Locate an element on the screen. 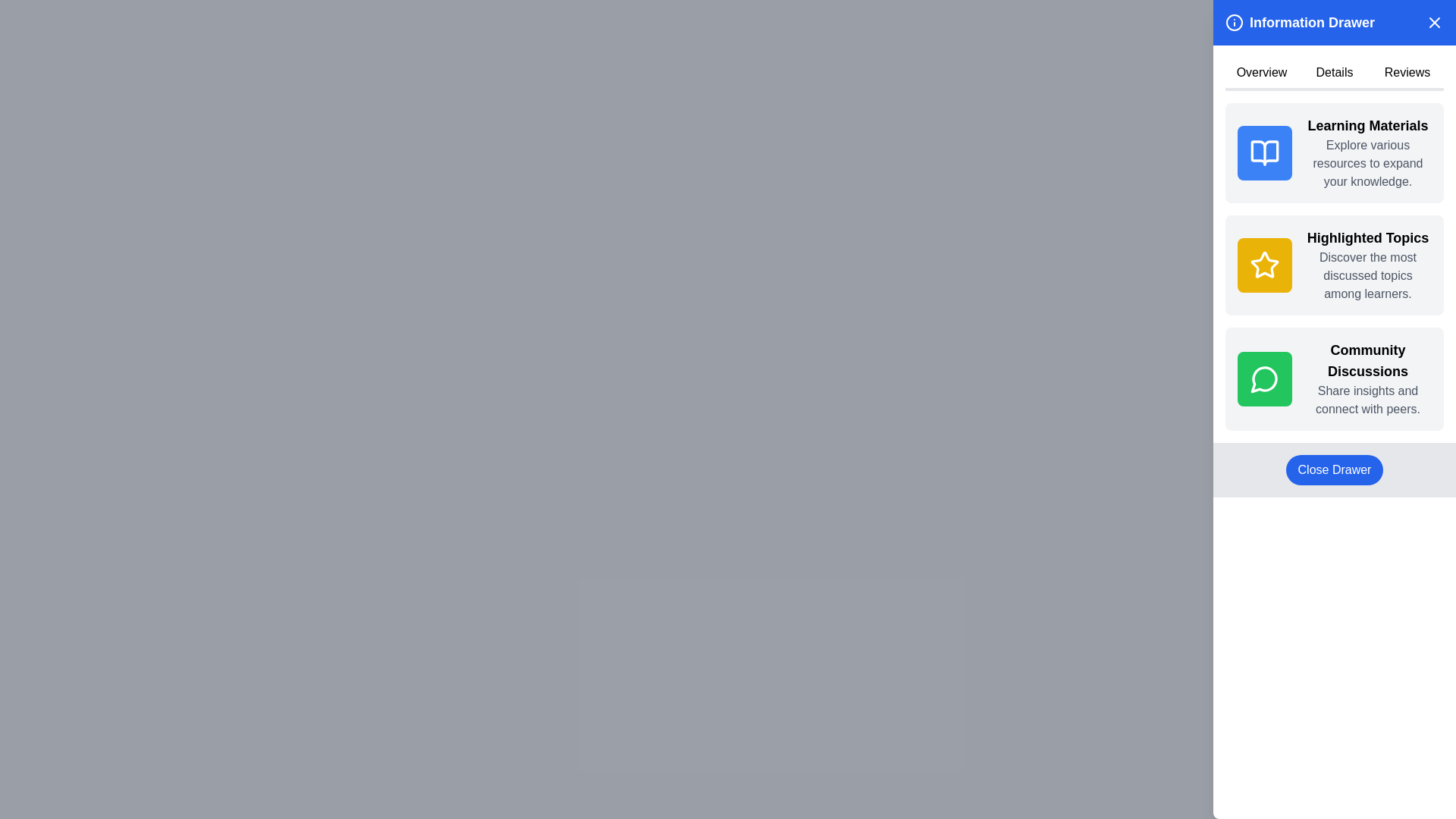 The height and width of the screenshot is (819, 1456). the green rectangular button with a white chat bubble icon, which is located in the 'Community Discussions' section, to associate it with the text 'Share insights and connect with peers.' is located at coordinates (1265, 378).